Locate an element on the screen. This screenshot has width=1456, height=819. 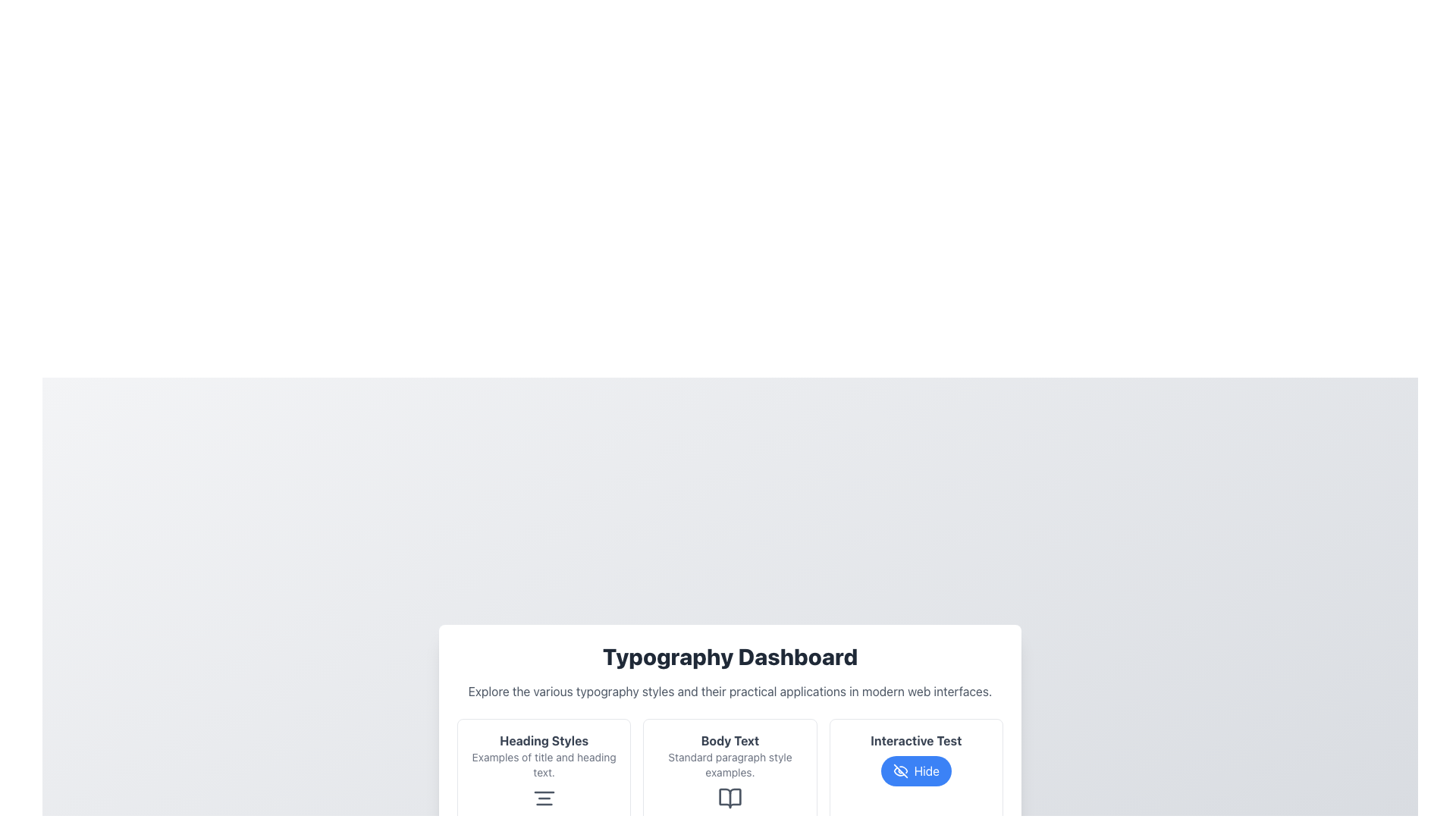
the center alignment icon located within the 'Heading Styles' card in the 'Typography Dashboard' section is located at coordinates (544, 798).